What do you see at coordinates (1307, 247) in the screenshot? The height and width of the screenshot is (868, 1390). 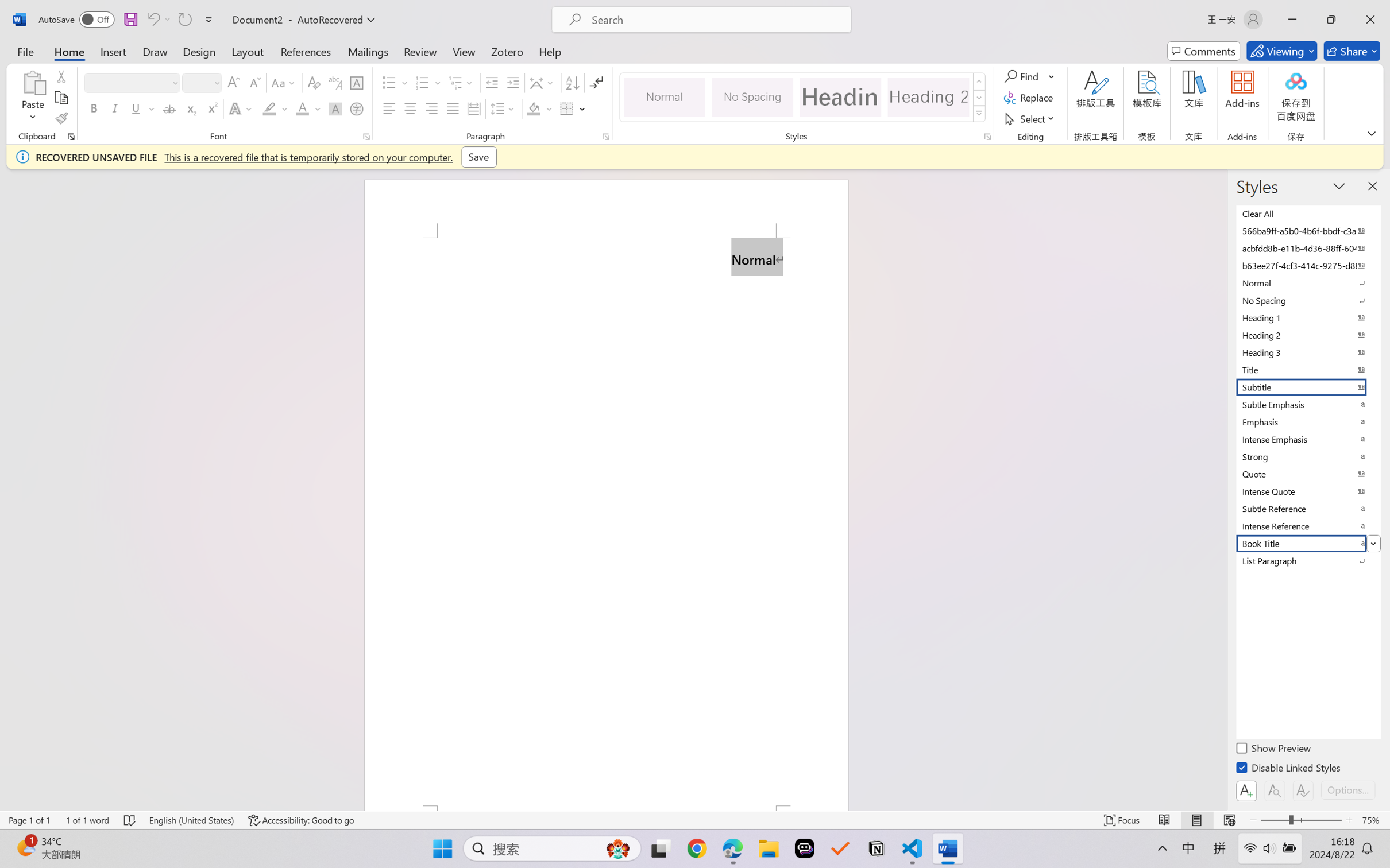 I see `'acbfdd8b-e11b-4d36-88ff-6049b138f862'` at bounding box center [1307, 247].